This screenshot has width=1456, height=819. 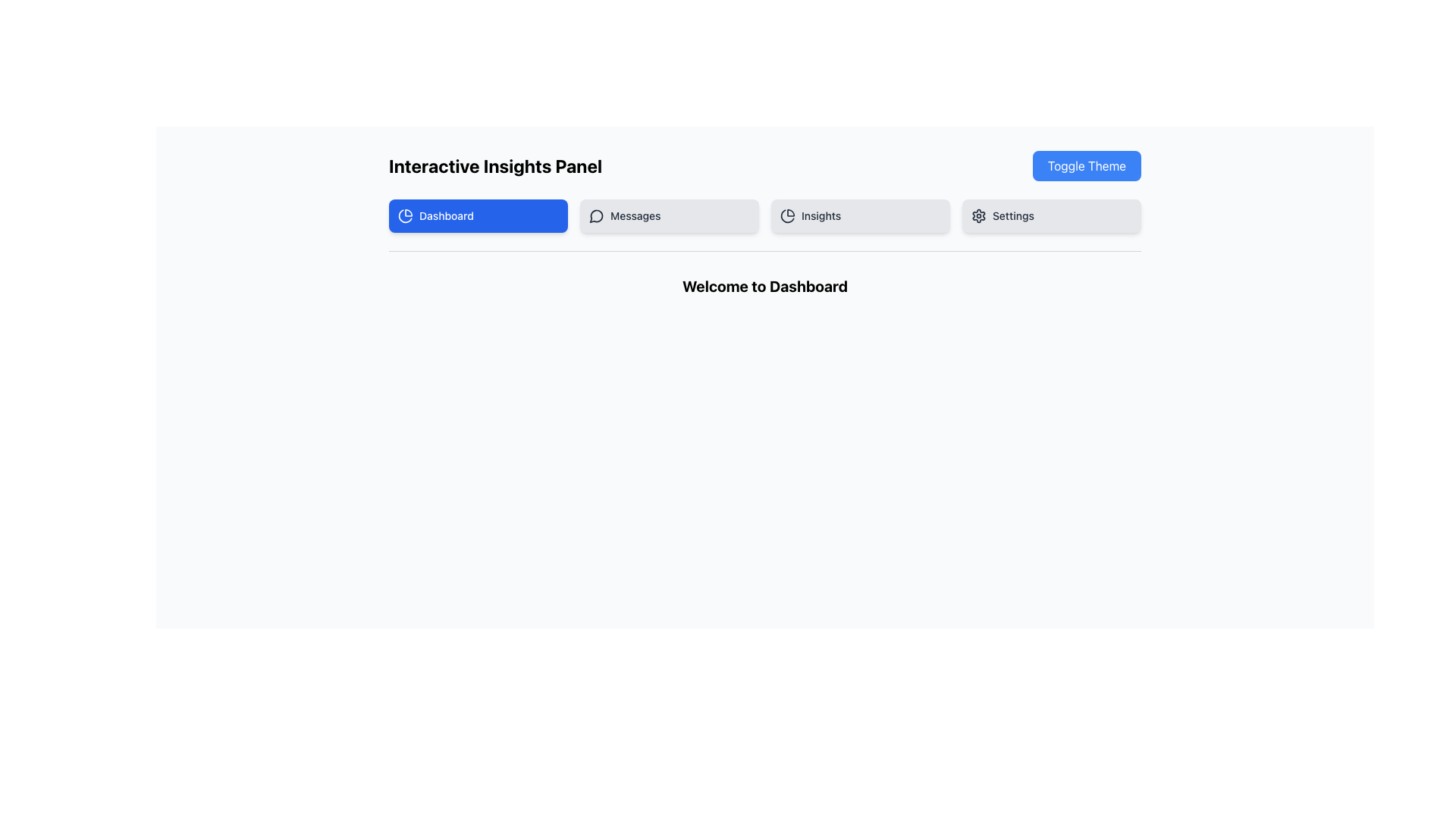 I want to click on the gear-shaped 'Settings' icon, which is the rightmost button in the navigation array, indicating settings functionality, so click(x=979, y=216).